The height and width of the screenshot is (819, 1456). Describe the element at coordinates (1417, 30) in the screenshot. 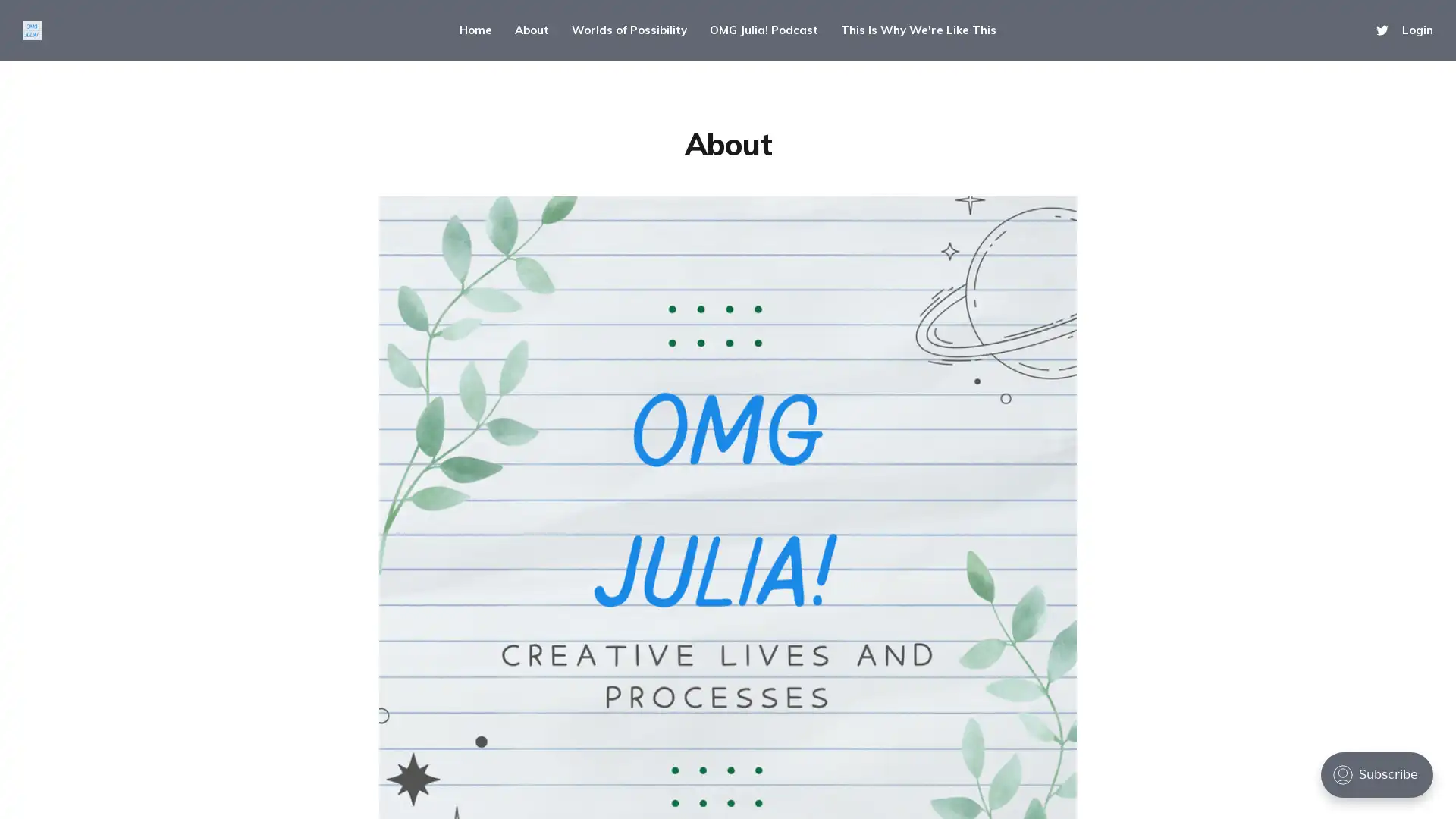

I see `Login` at that location.